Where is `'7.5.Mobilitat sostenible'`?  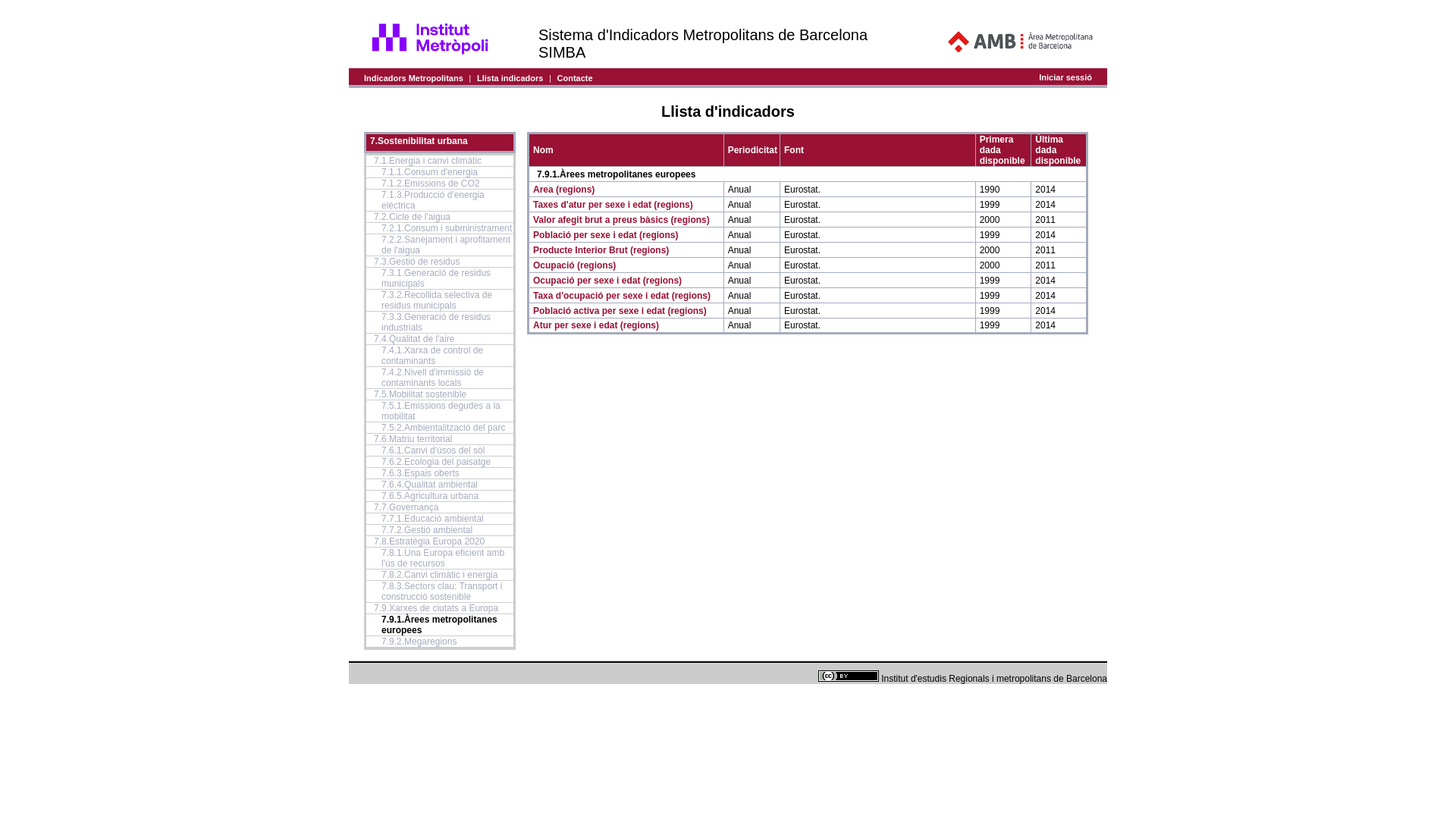
'7.5.Mobilitat sostenible' is located at coordinates (419, 394).